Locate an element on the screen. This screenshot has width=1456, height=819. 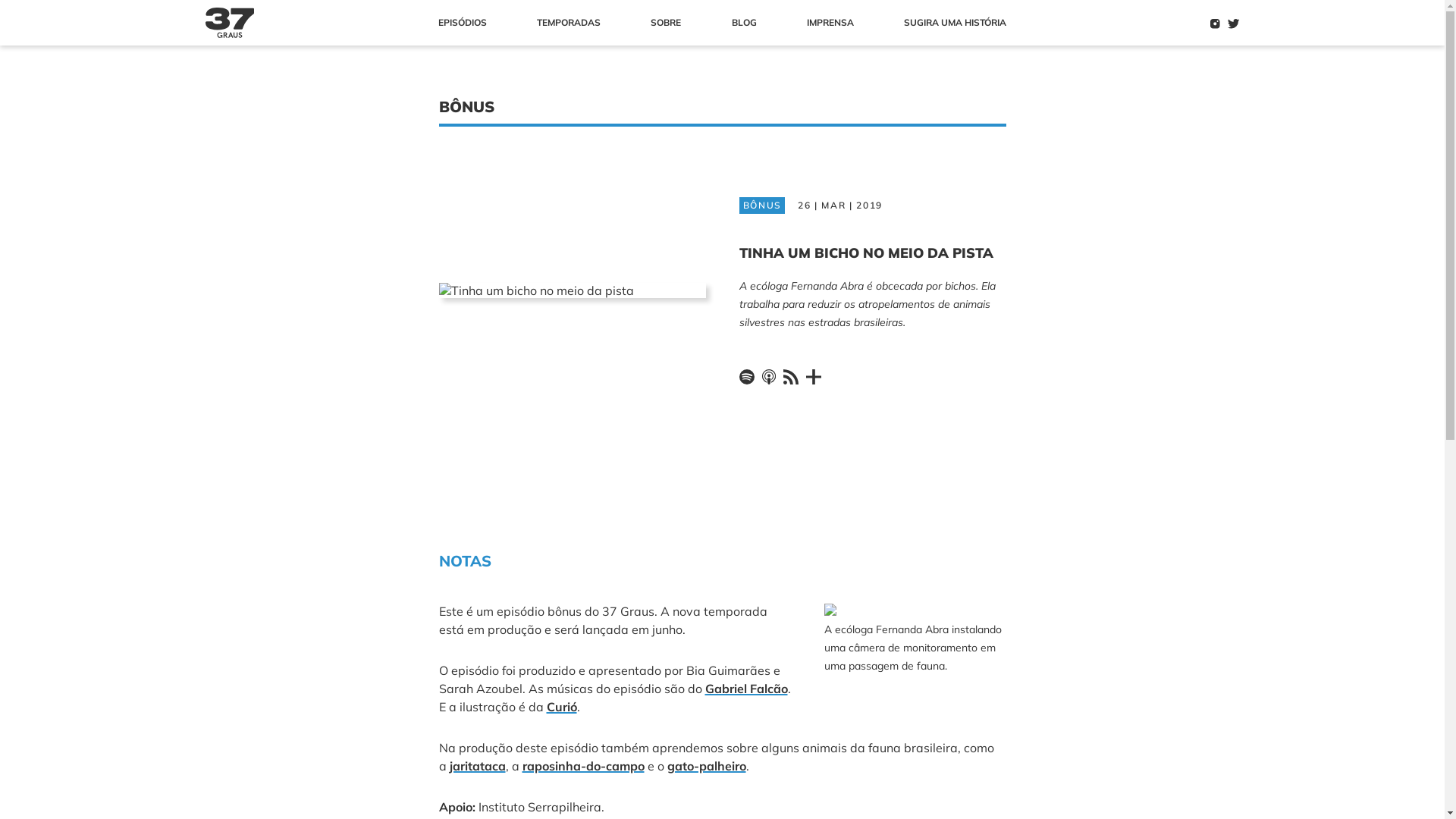
'IMPRENSA' is located at coordinates (829, 23).